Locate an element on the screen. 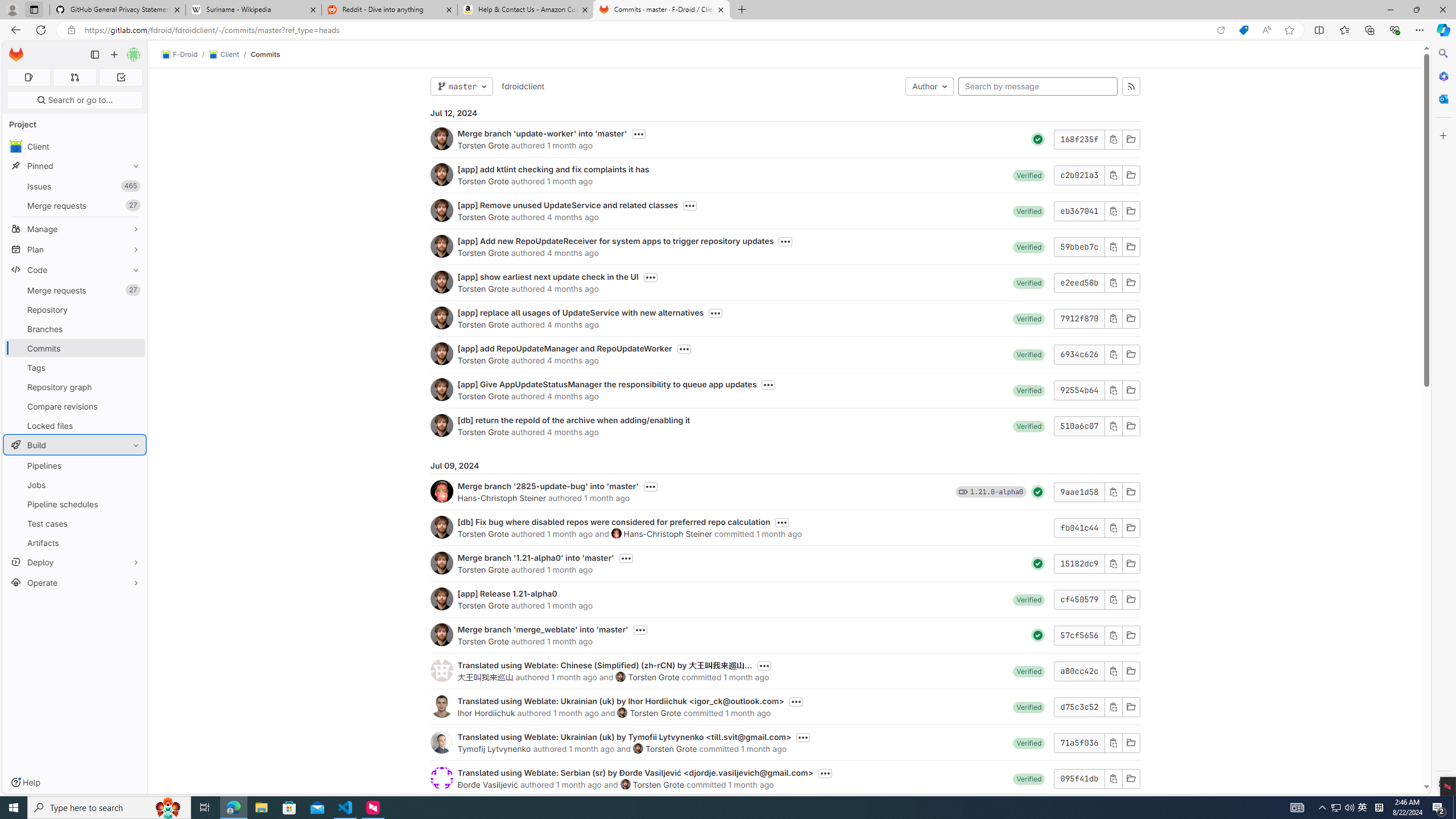 This screenshot has width=1456, height=819. 'Test cases' is located at coordinates (74, 523).